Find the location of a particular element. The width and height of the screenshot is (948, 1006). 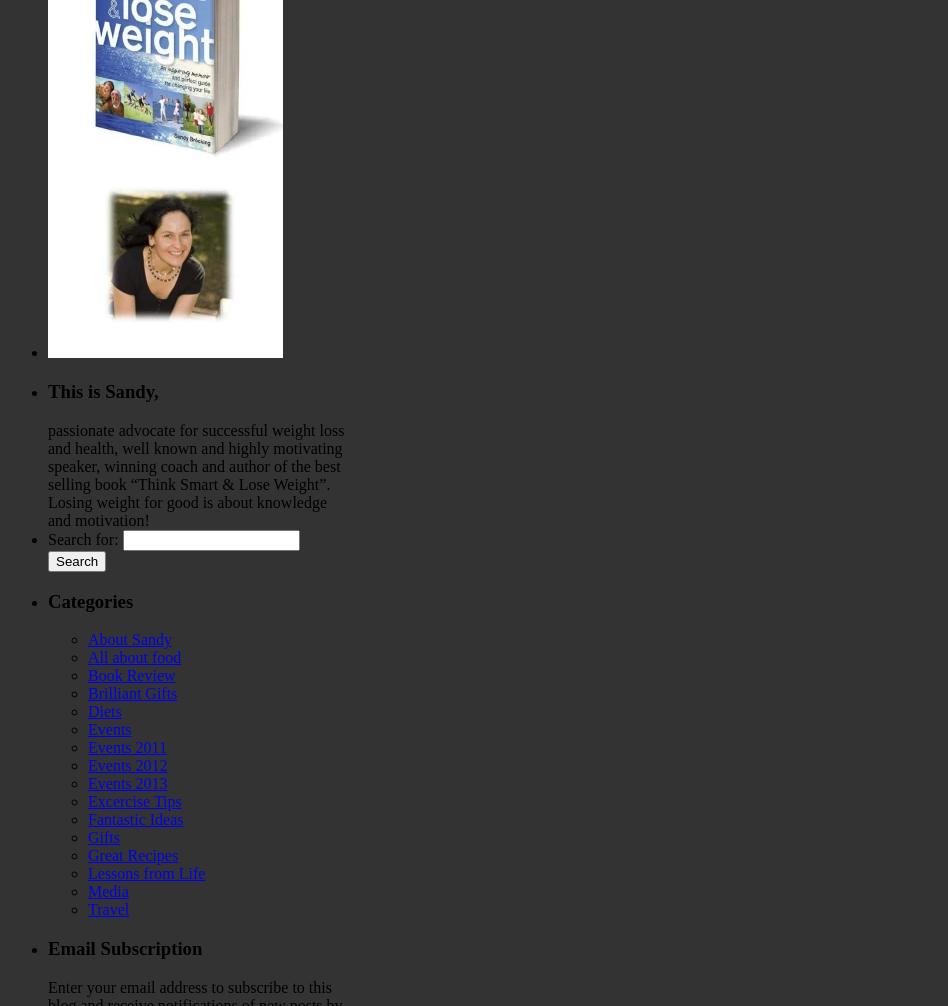

'Events 2011' is located at coordinates (87, 747).